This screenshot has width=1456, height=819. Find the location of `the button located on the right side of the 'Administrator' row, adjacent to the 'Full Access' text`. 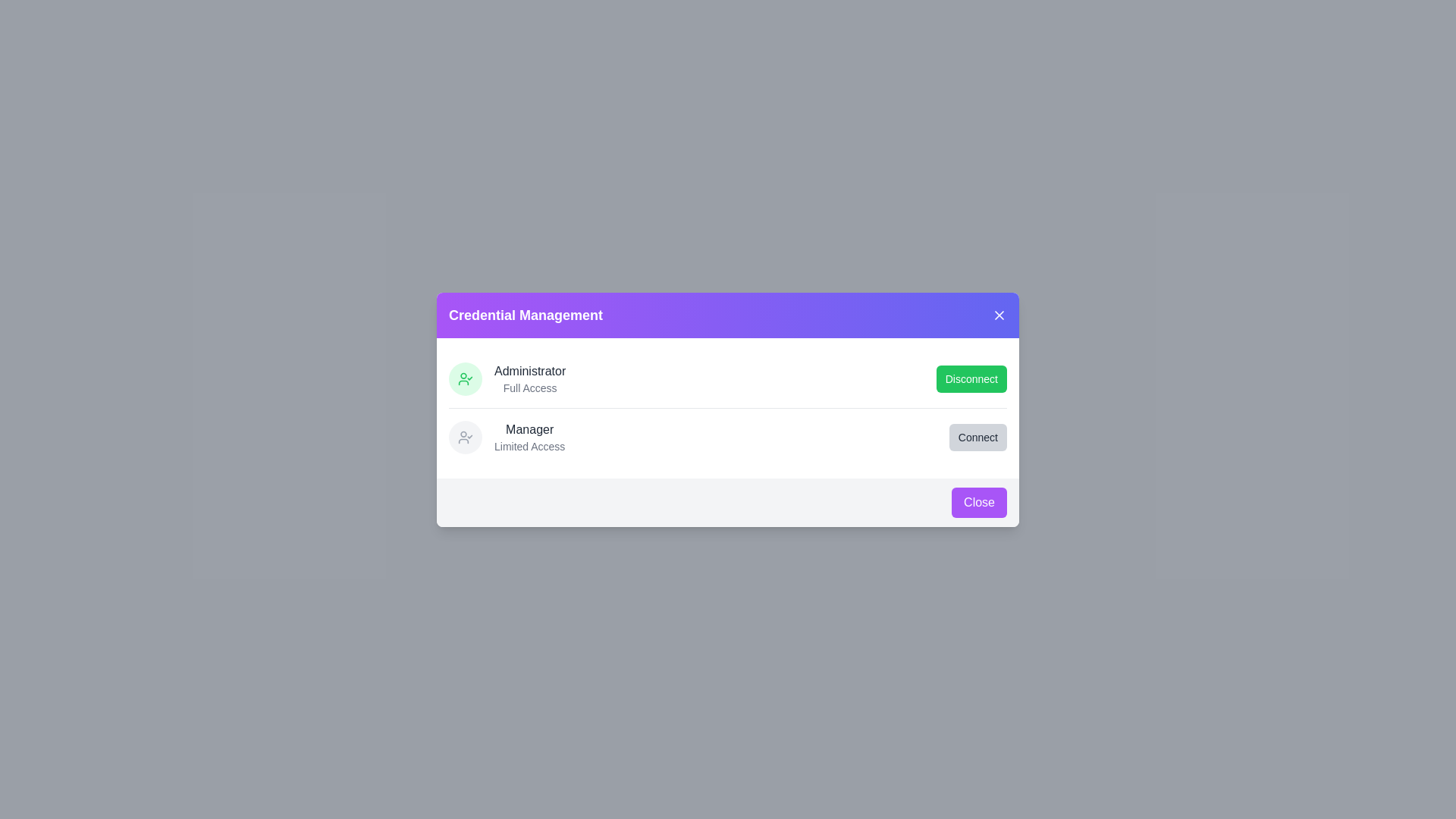

the button located on the right side of the 'Administrator' row, adjacent to the 'Full Access' text is located at coordinates (971, 378).